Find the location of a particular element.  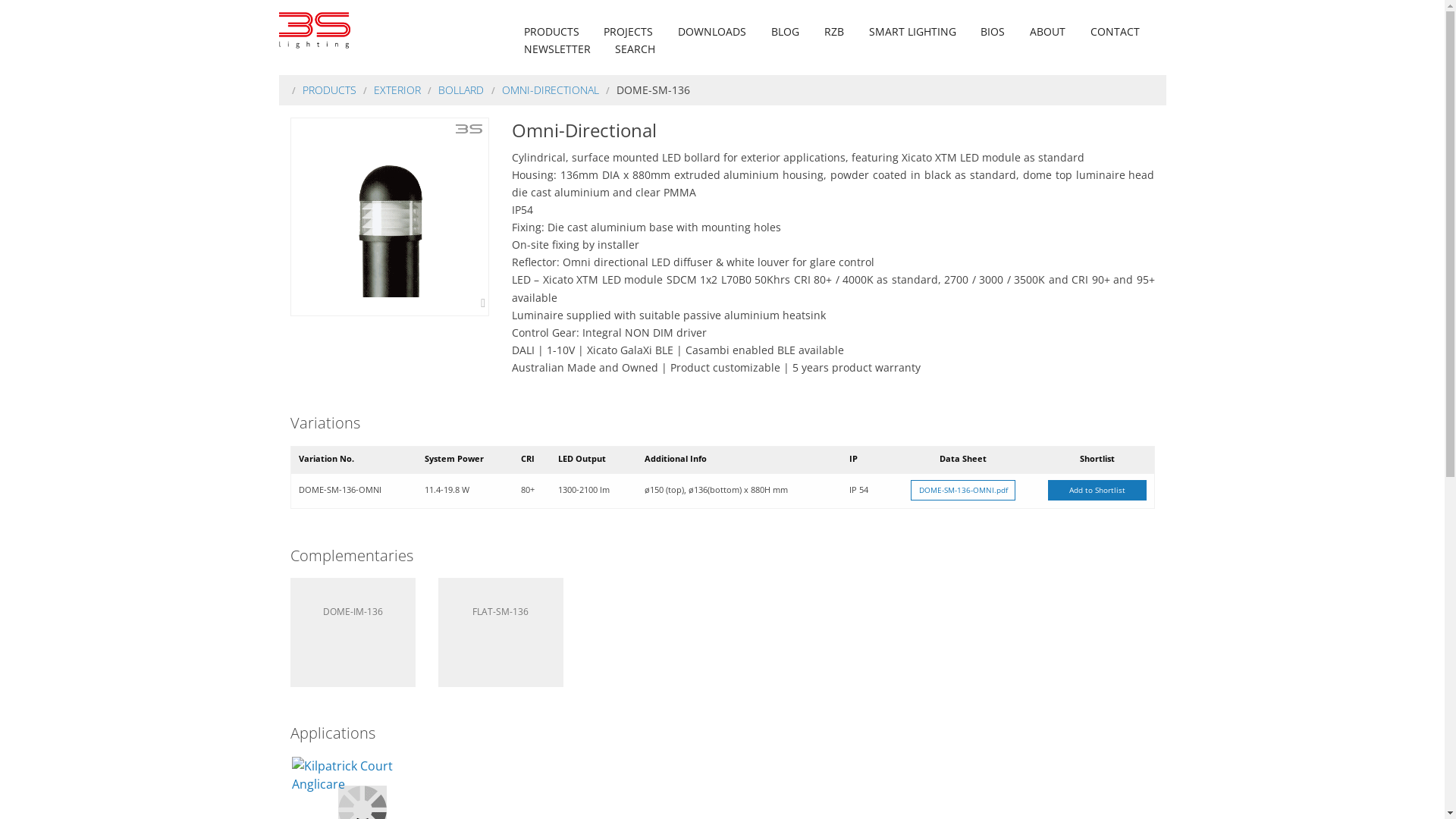

'PROJECTS' is located at coordinates (628, 31).